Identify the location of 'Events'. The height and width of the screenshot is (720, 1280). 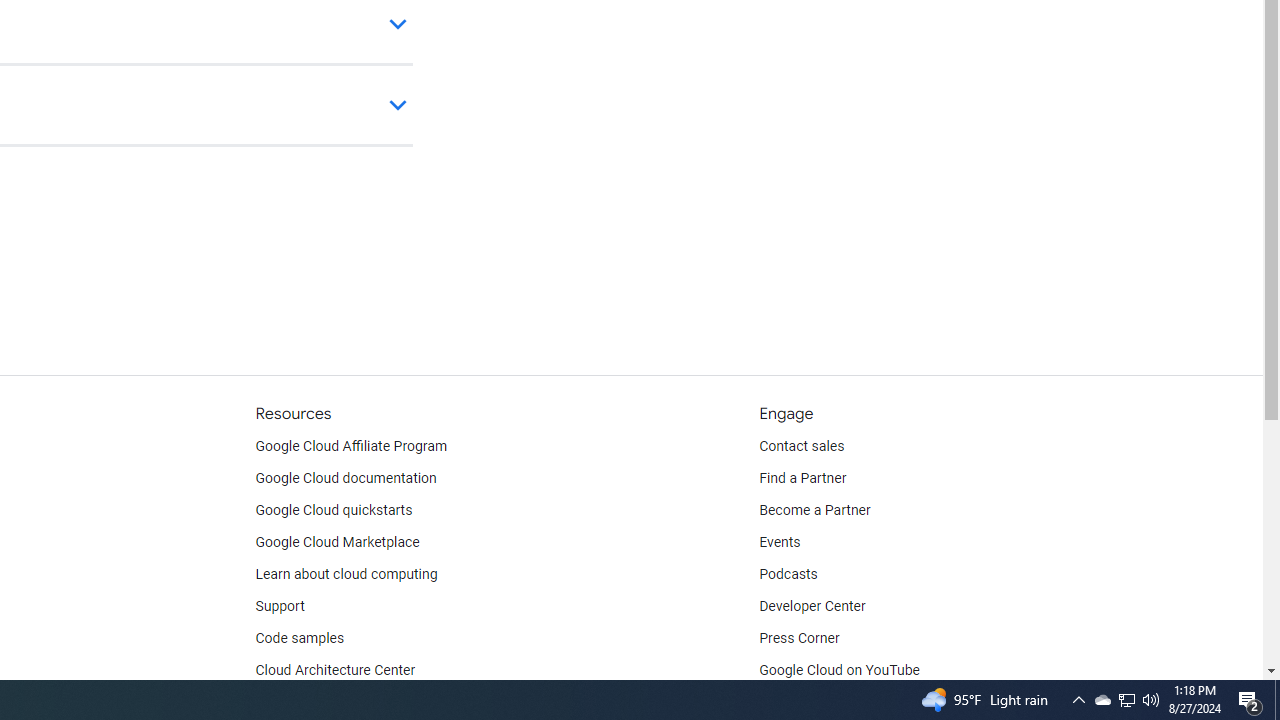
(779, 542).